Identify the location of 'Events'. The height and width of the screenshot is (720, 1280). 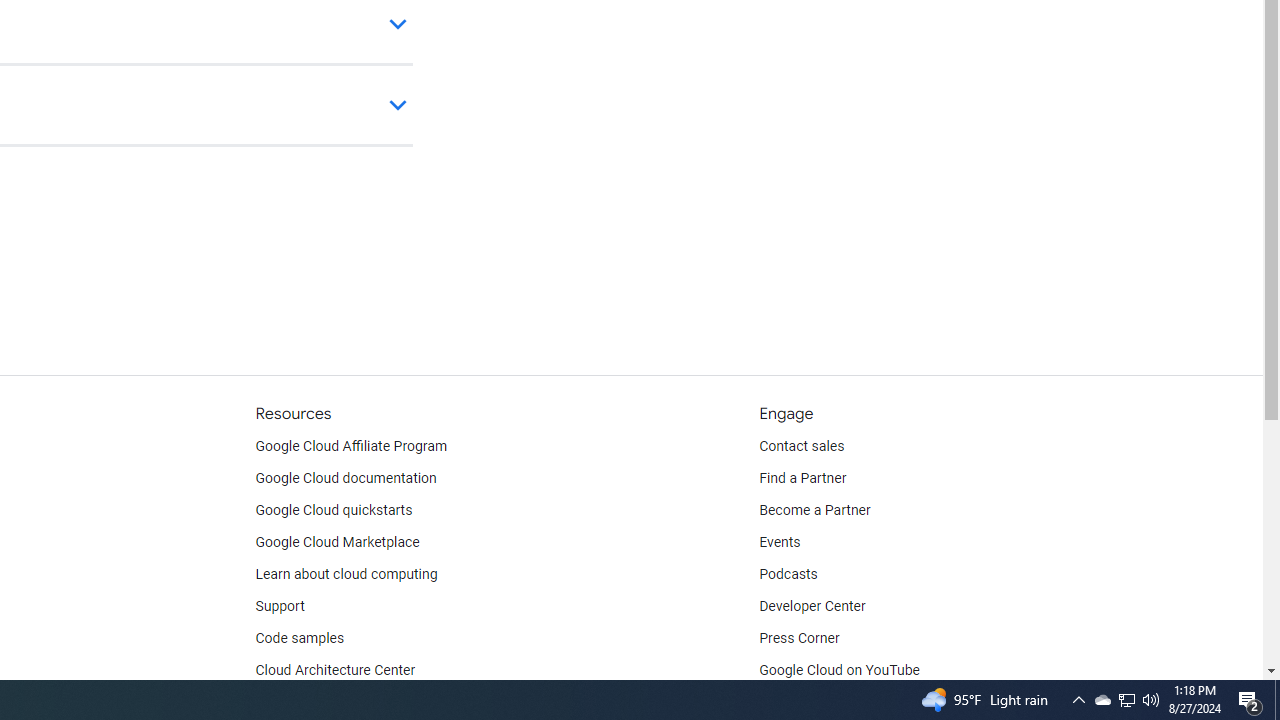
(779, 542).